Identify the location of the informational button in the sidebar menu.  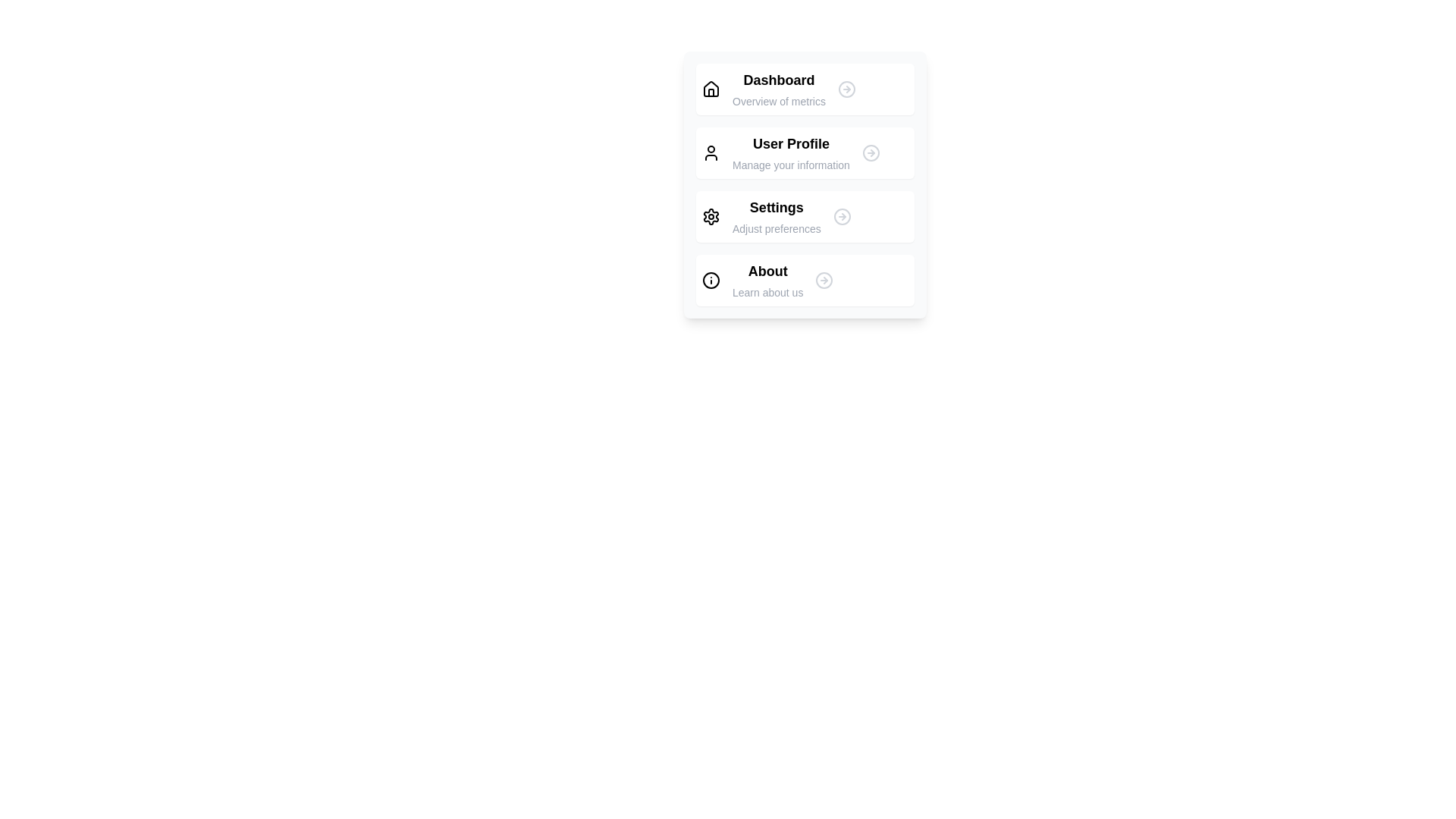
(804, 281).